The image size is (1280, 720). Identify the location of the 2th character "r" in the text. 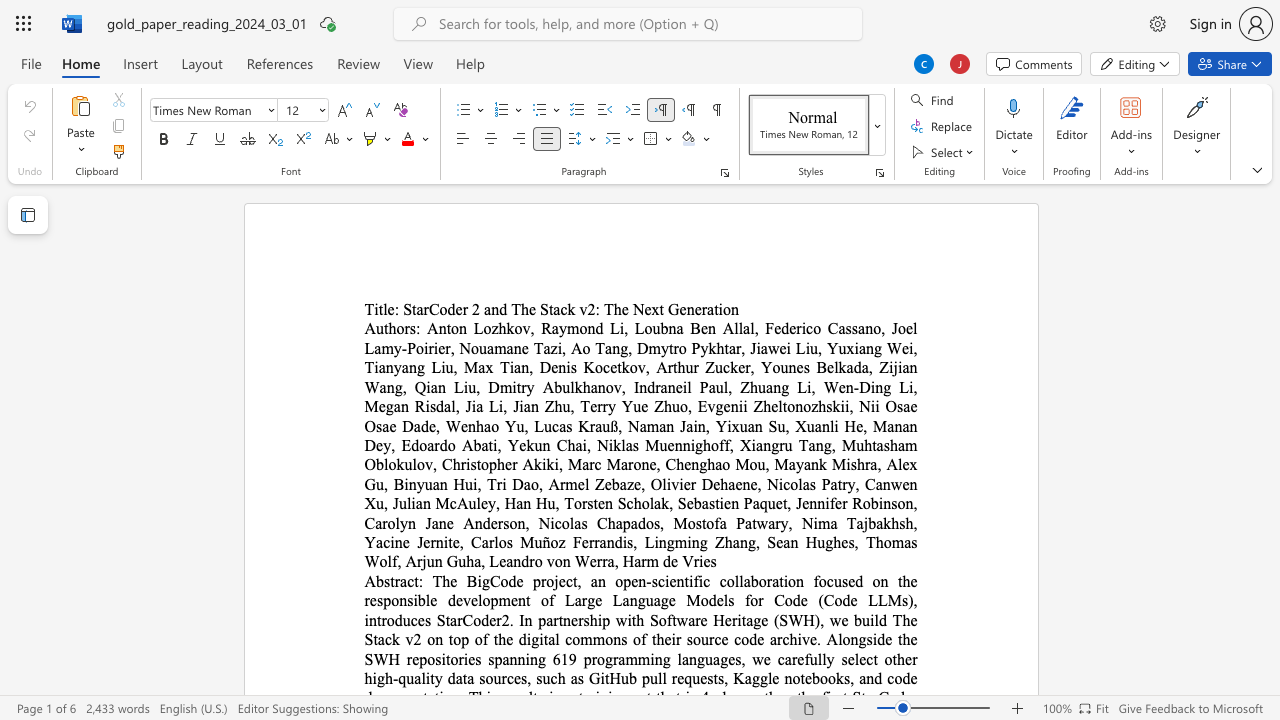
(464, 309).